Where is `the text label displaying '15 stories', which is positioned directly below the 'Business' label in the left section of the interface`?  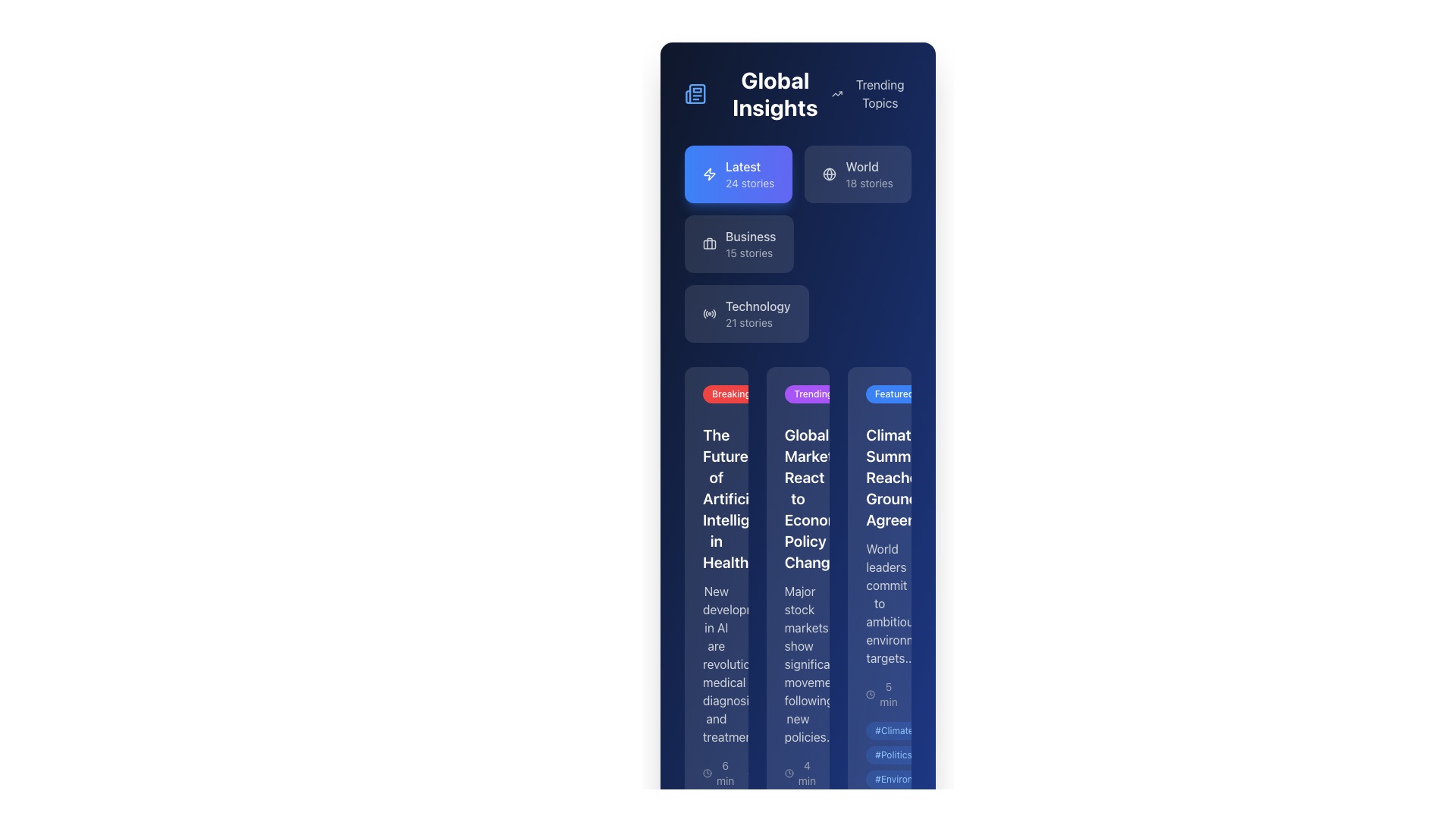 the text label displaying '15 stories', which is positioned directly below the 'Business' label in the left section of the interface is located at coordinates (751, 253).